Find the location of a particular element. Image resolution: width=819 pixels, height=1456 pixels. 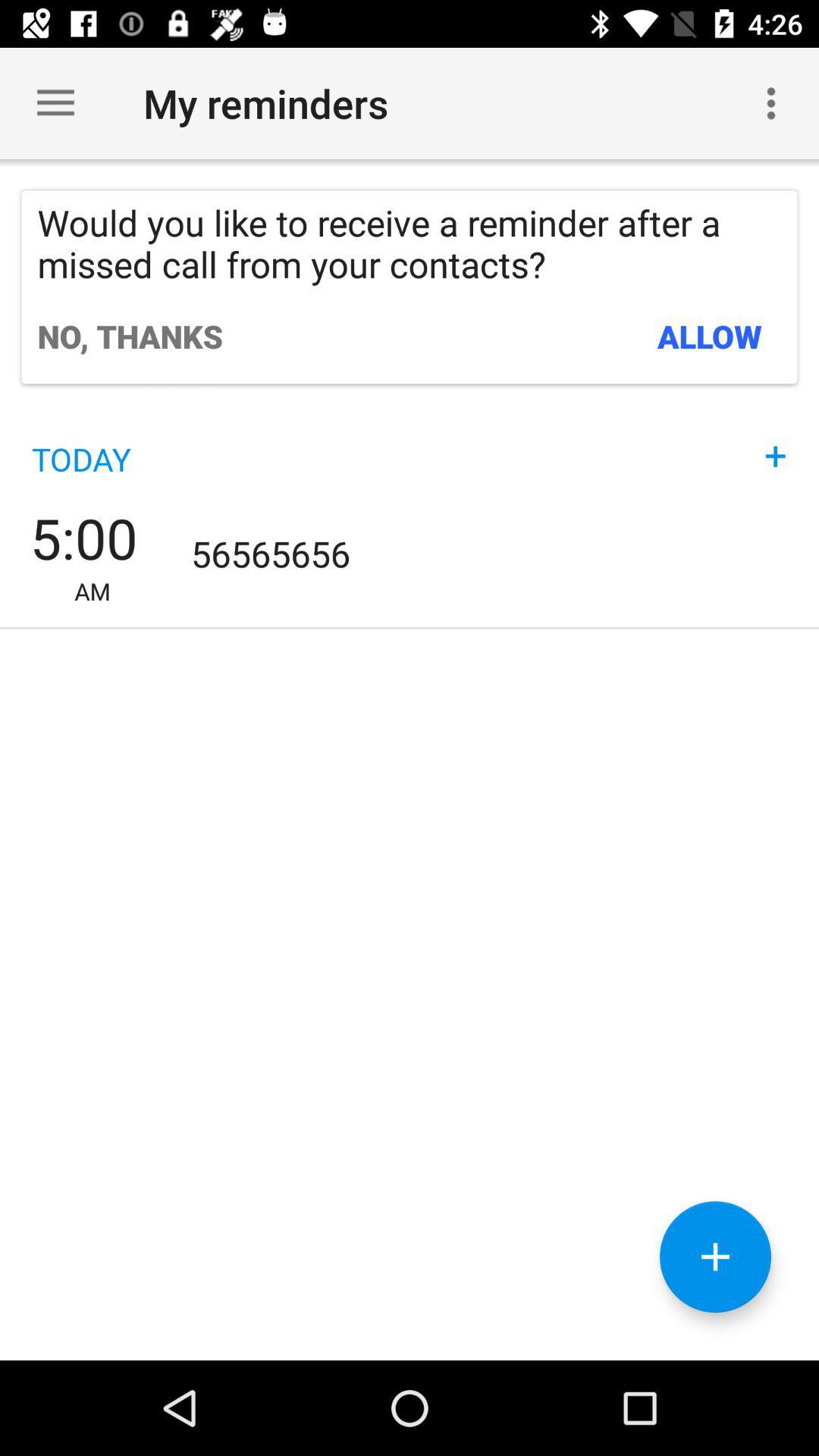

item next to the my reminders is located at coordinates (771, 102).